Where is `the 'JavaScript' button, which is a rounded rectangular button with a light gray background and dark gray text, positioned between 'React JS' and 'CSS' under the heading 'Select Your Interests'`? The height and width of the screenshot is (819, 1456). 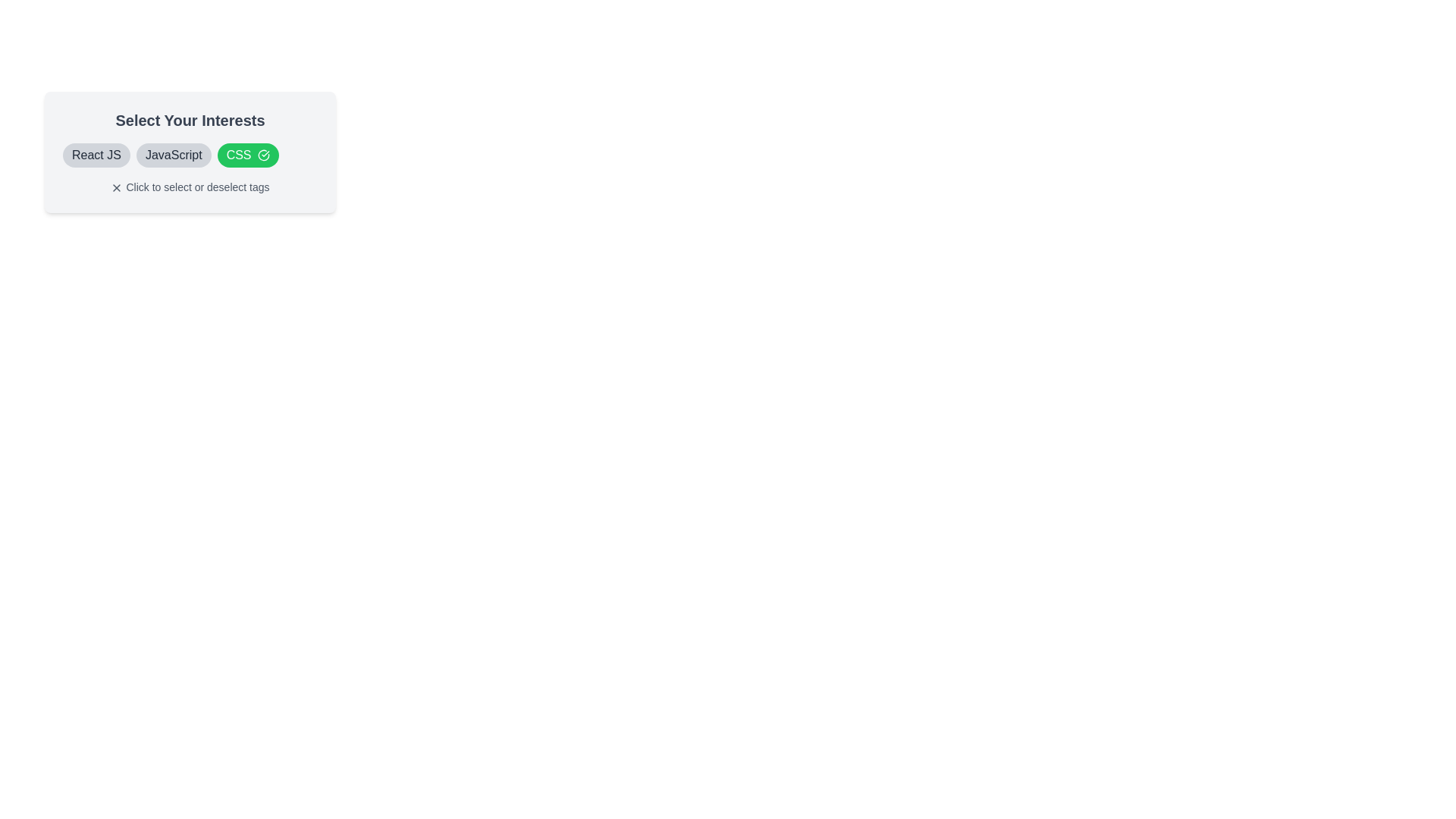
the 'JavaScript' button, which is a rounded rectangular button with a light gray background and dark gray text, positioned between 'React JS' and 'CSS' under the heading 'Select Your Interests' is located at coordinates (174, 155).